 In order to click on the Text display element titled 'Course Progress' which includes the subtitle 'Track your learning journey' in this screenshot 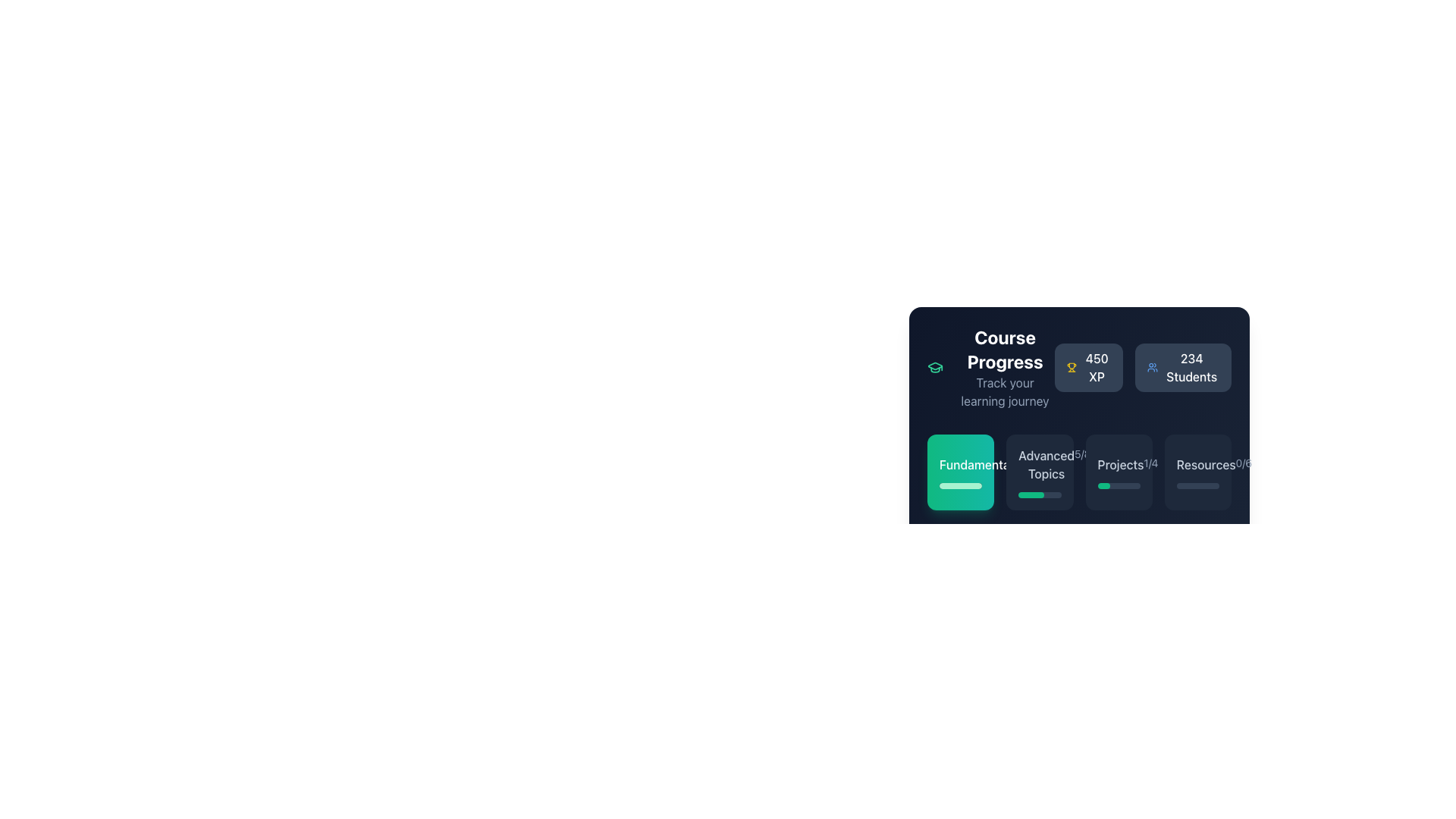, I will do `click(1005, 368)`.